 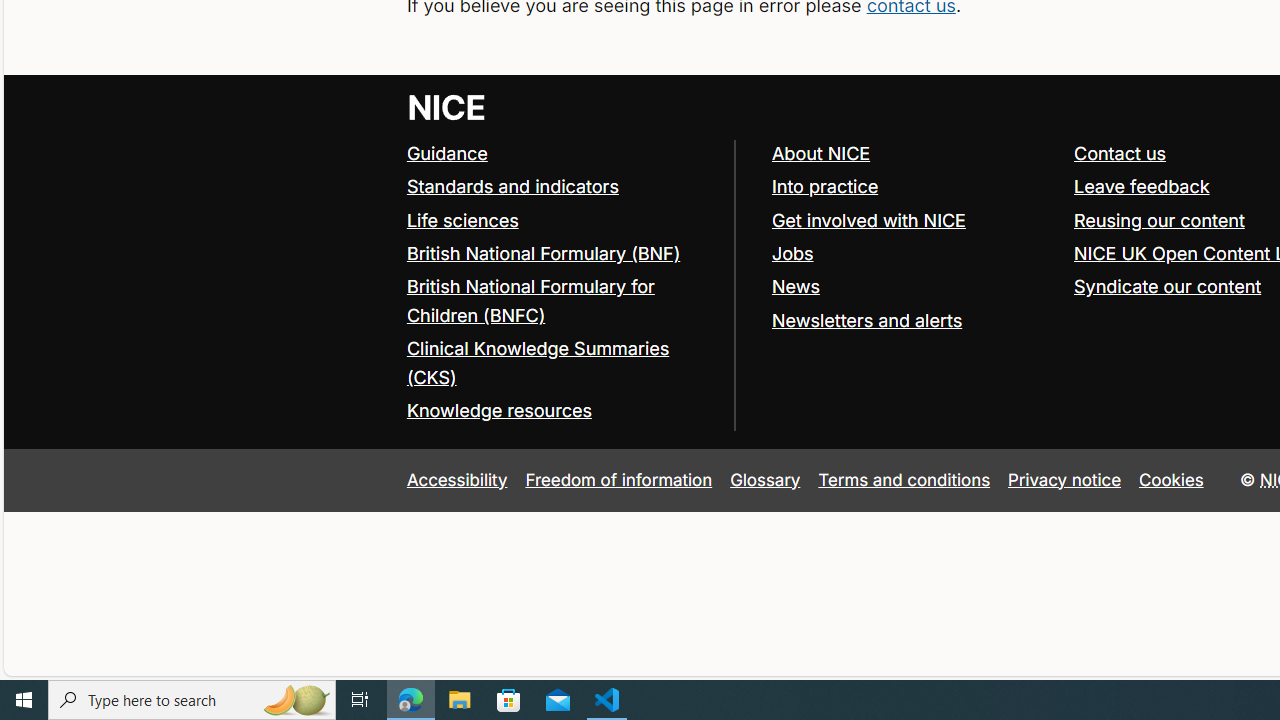 What do you see at coordinates (498, 410) in the screenshot?
I see `'Knowledge resources'` at bounding box center [498, 410].